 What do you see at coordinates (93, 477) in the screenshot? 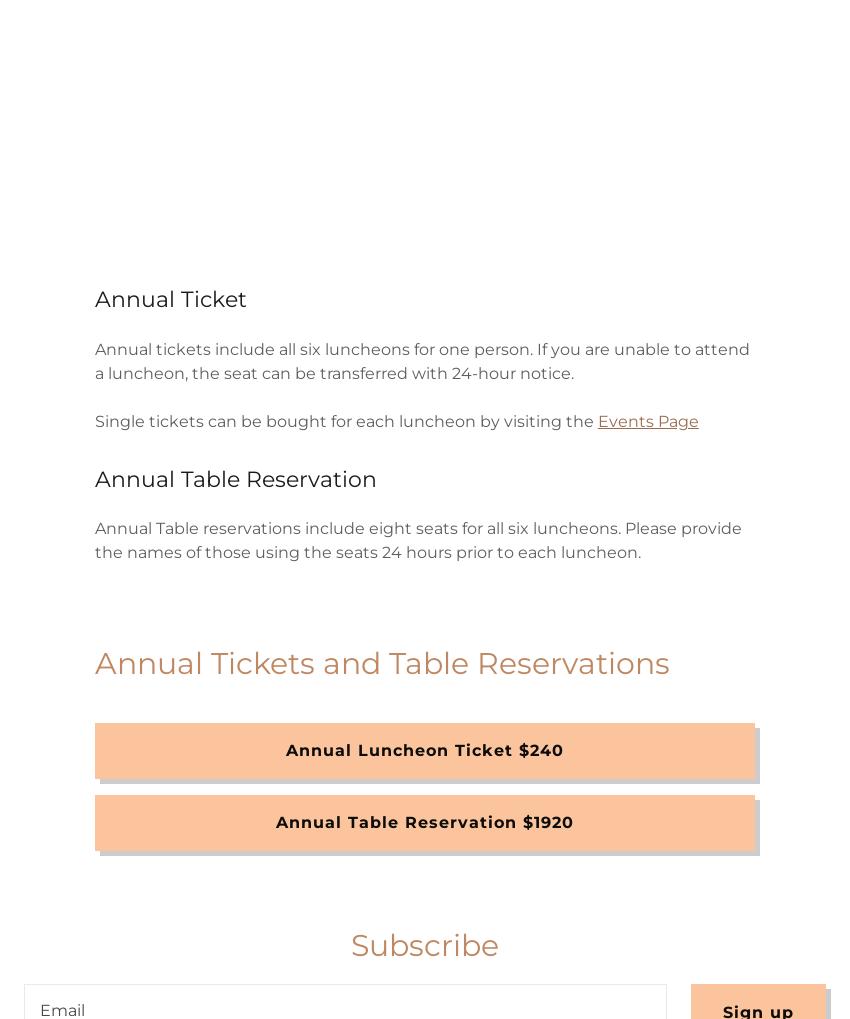
I see `'Annual Table Reservation'` at bounding box center [93, 477].